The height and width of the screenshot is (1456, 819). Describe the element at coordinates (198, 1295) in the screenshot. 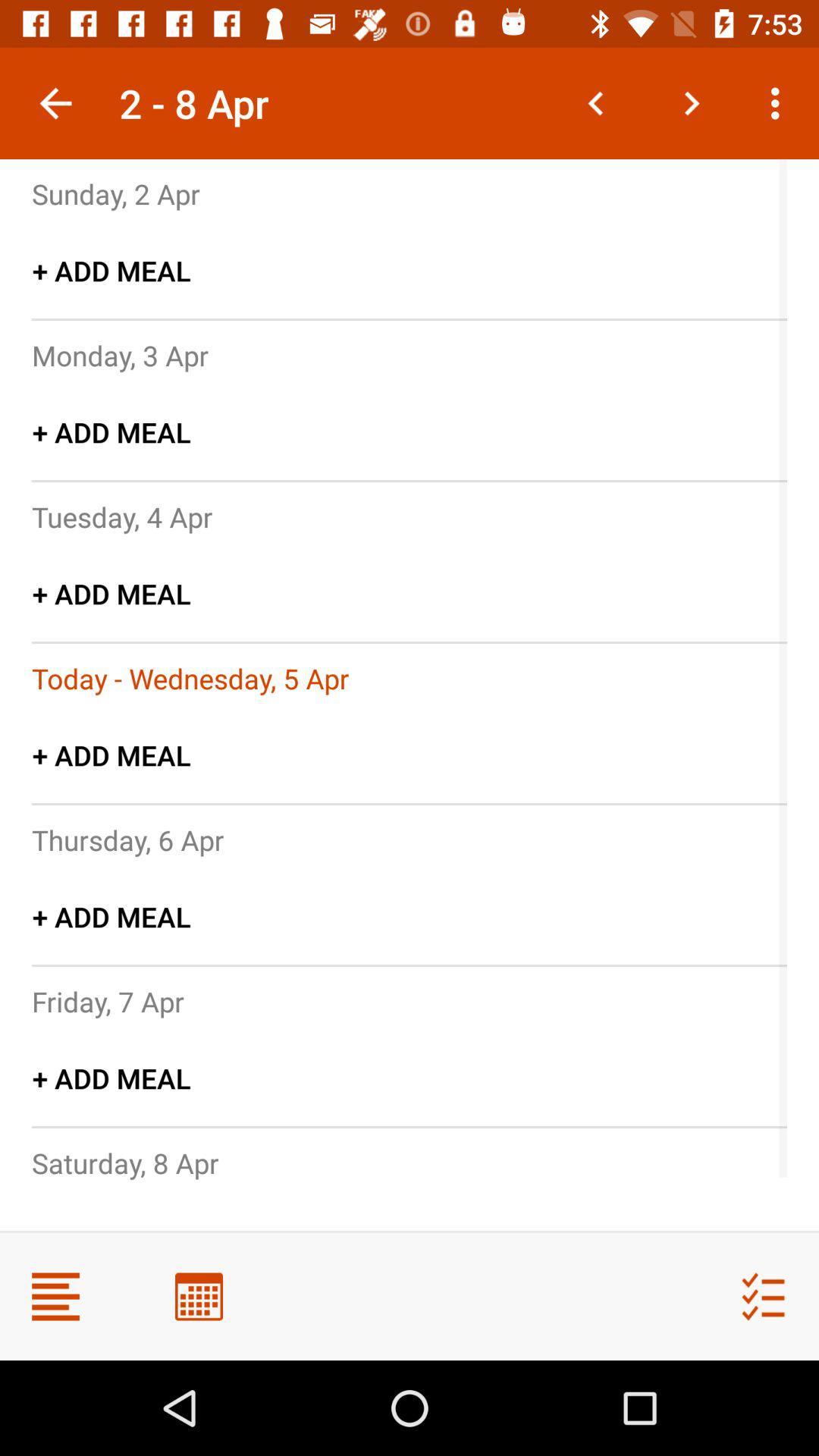

I see `opens calendar` at that location.